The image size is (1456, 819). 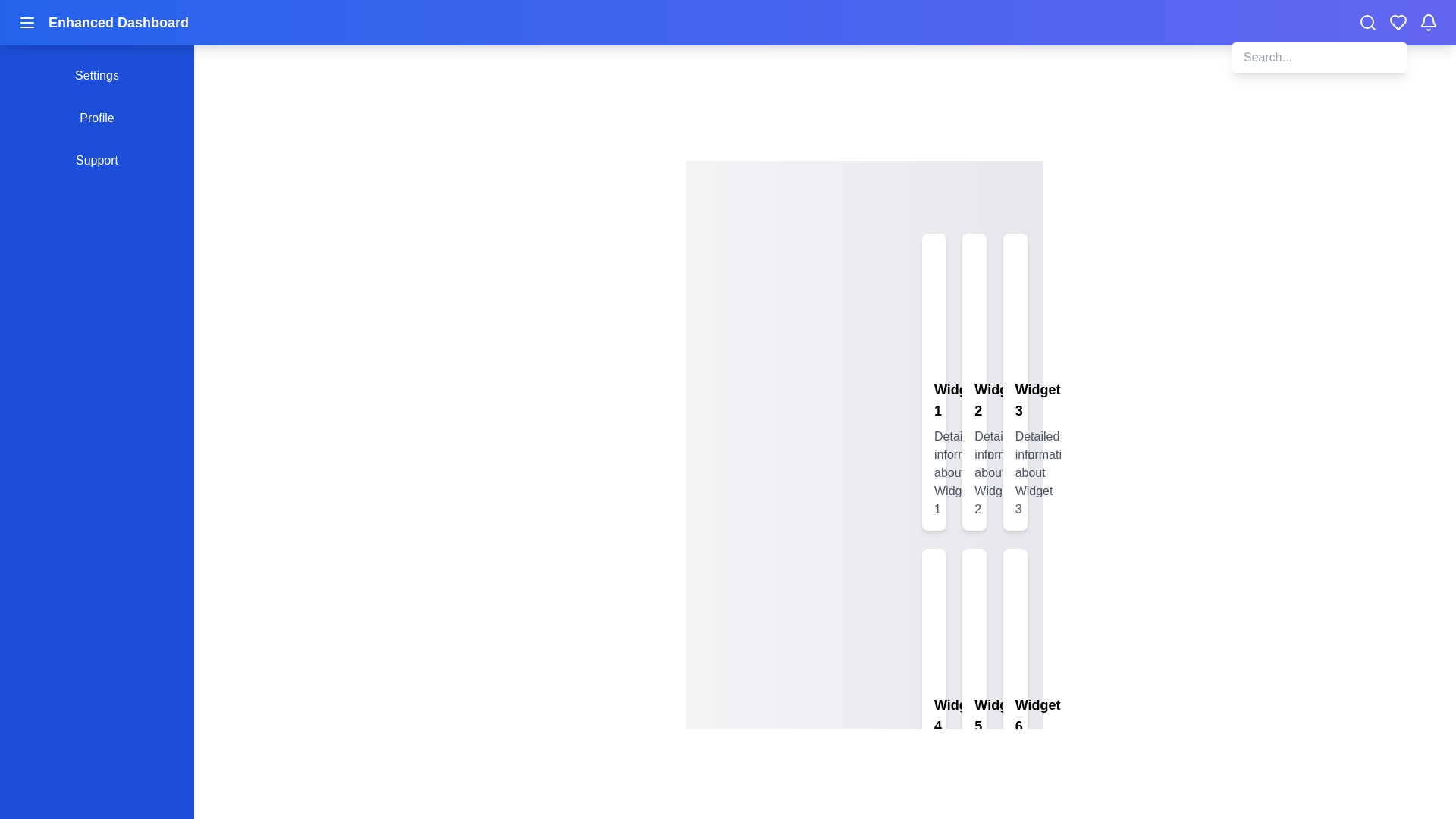 What do you see at coordinates (96, 161) in the screenshot?
I see `the 'Support' button, which is a rectangular button with white text on a blue background, located in the sidebar below the 'Profile' button` at bounding box center [96, 161].